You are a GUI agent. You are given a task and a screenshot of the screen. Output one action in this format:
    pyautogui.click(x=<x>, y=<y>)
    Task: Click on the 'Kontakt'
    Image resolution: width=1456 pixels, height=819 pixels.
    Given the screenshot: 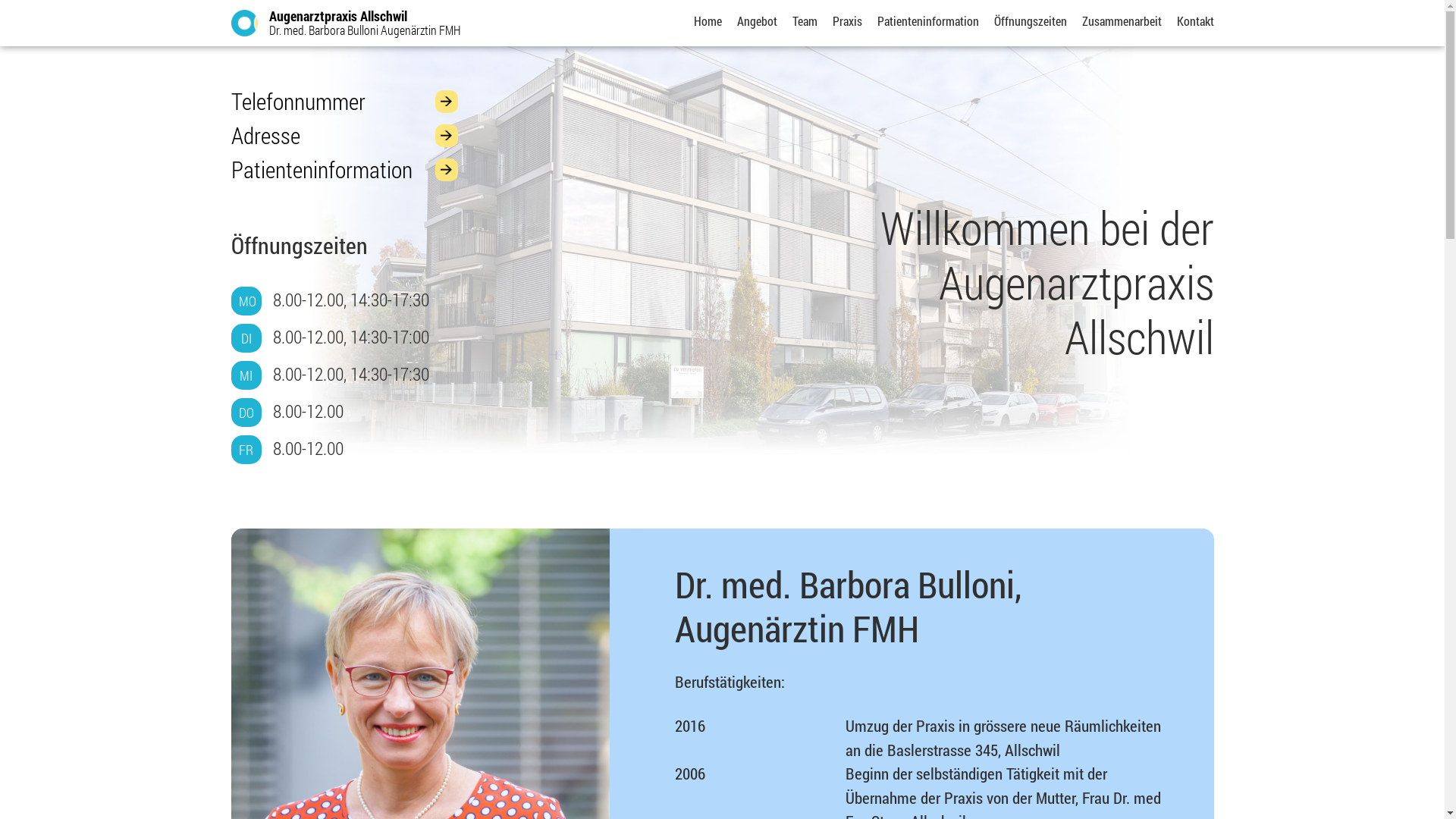 What is the action you would take?
    pyautogui.click(x=1175, y=20)
    